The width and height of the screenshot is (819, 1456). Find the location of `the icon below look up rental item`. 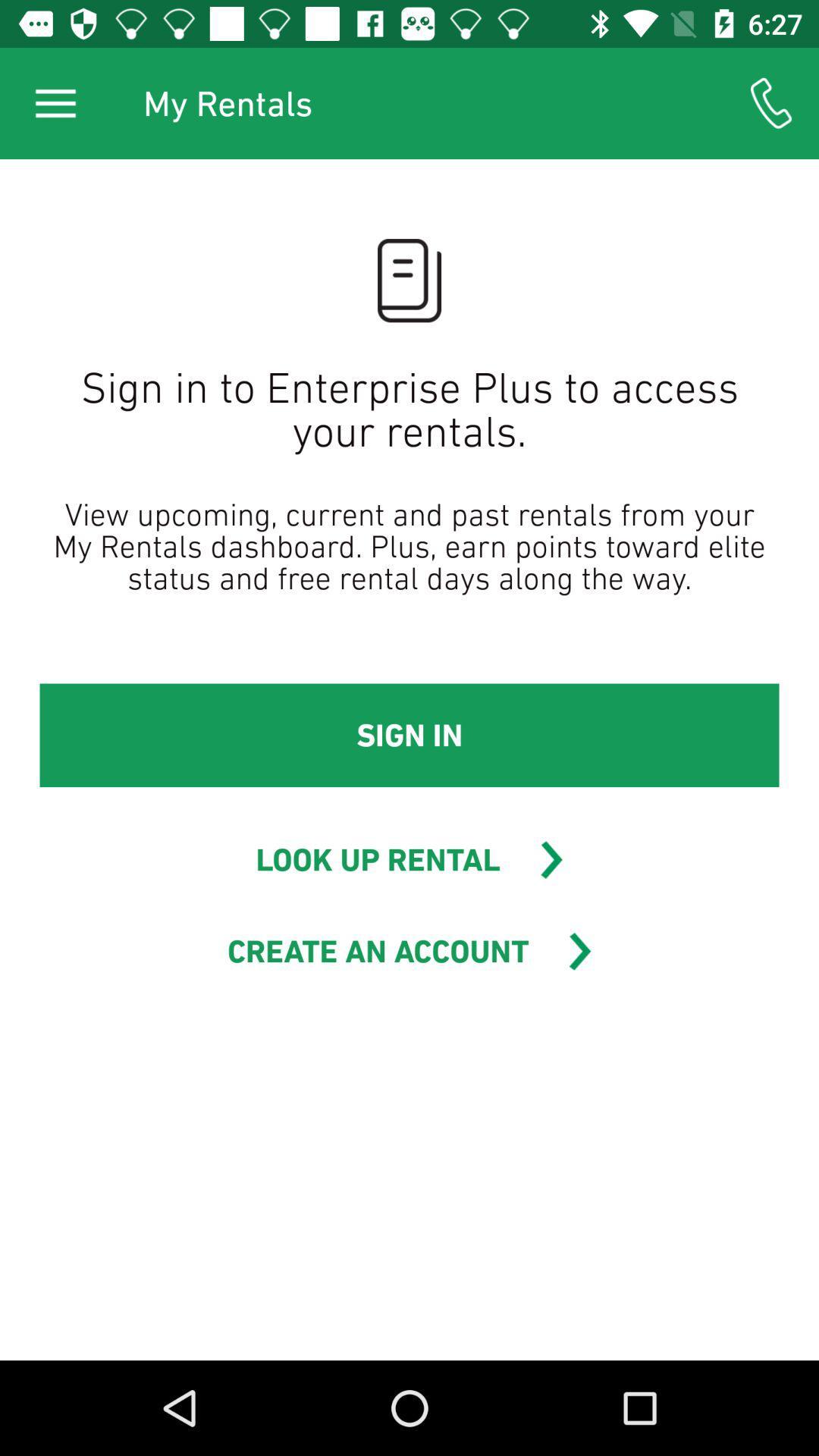

the icon below look up rental item is located at coordinates (377, 950).